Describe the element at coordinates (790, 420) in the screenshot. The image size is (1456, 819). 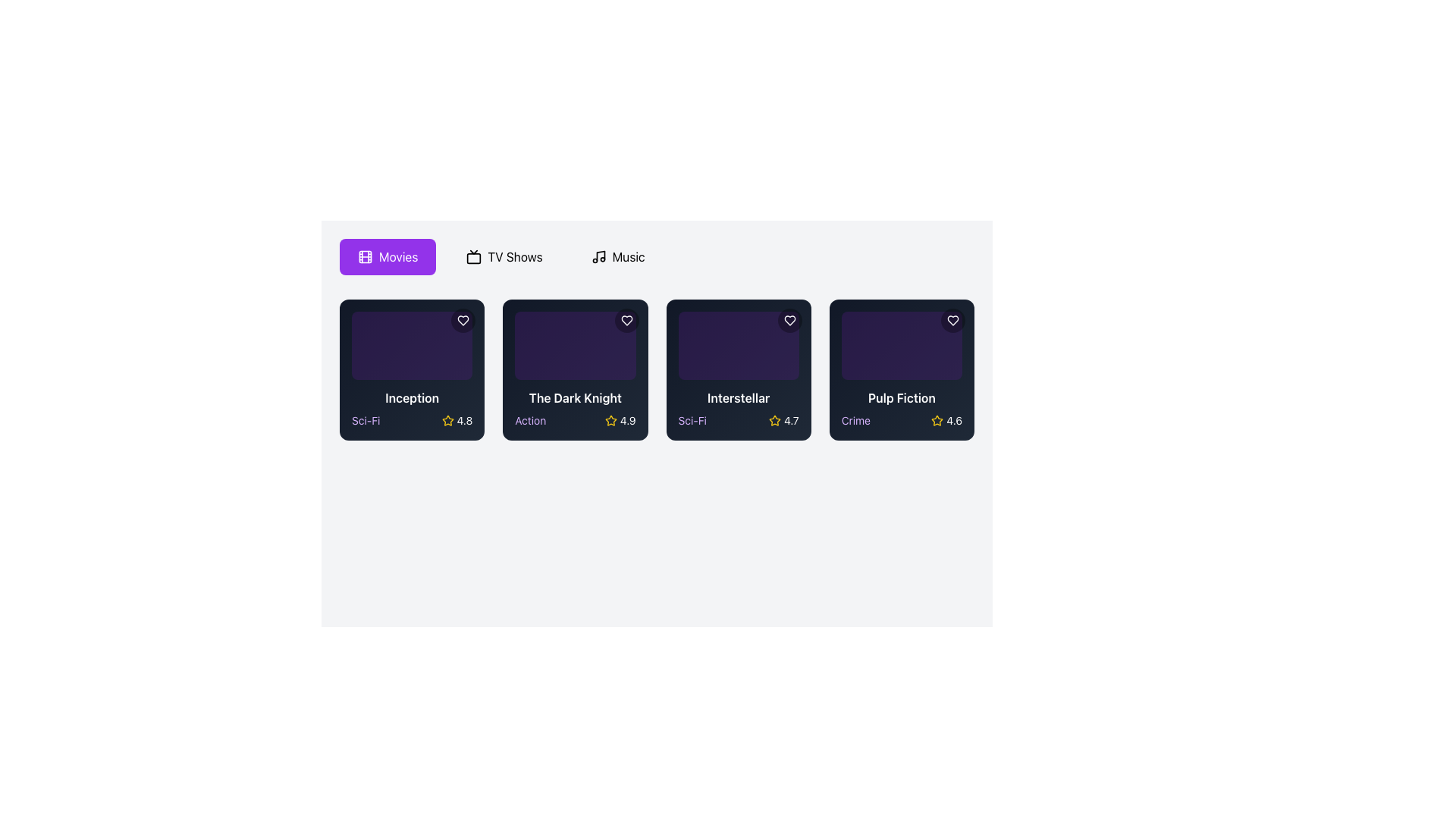
I see `the label displaying the numeric value '4.7' next to the golden star icon in the rating component of the 'Interstellar' card` at that location.